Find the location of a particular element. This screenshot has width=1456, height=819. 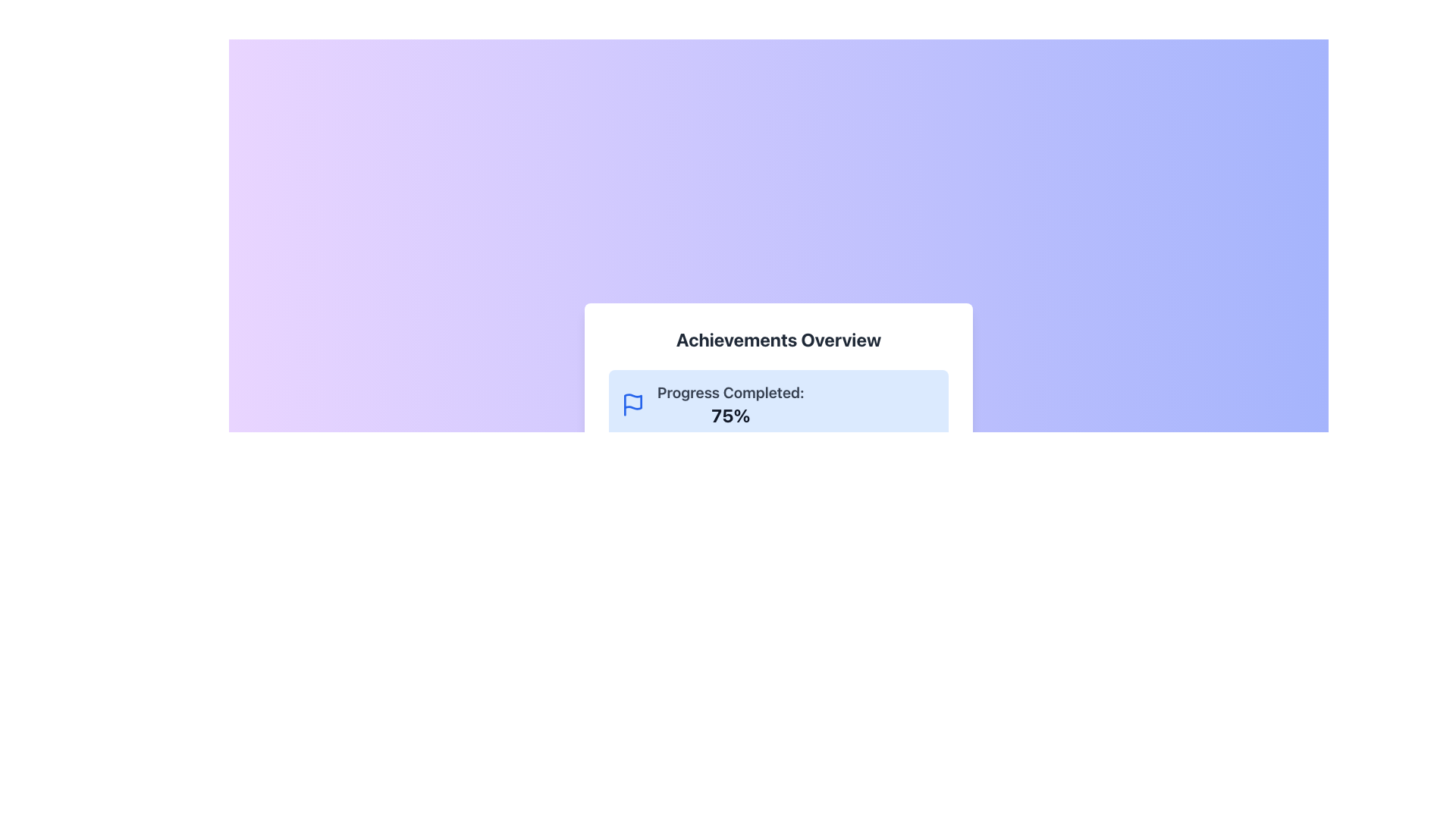

the '75%' progress text element, which is located directly below 'Progress Completed:' and is visually aligned within a light blue rectangular area is located at coordinates (730, 415).